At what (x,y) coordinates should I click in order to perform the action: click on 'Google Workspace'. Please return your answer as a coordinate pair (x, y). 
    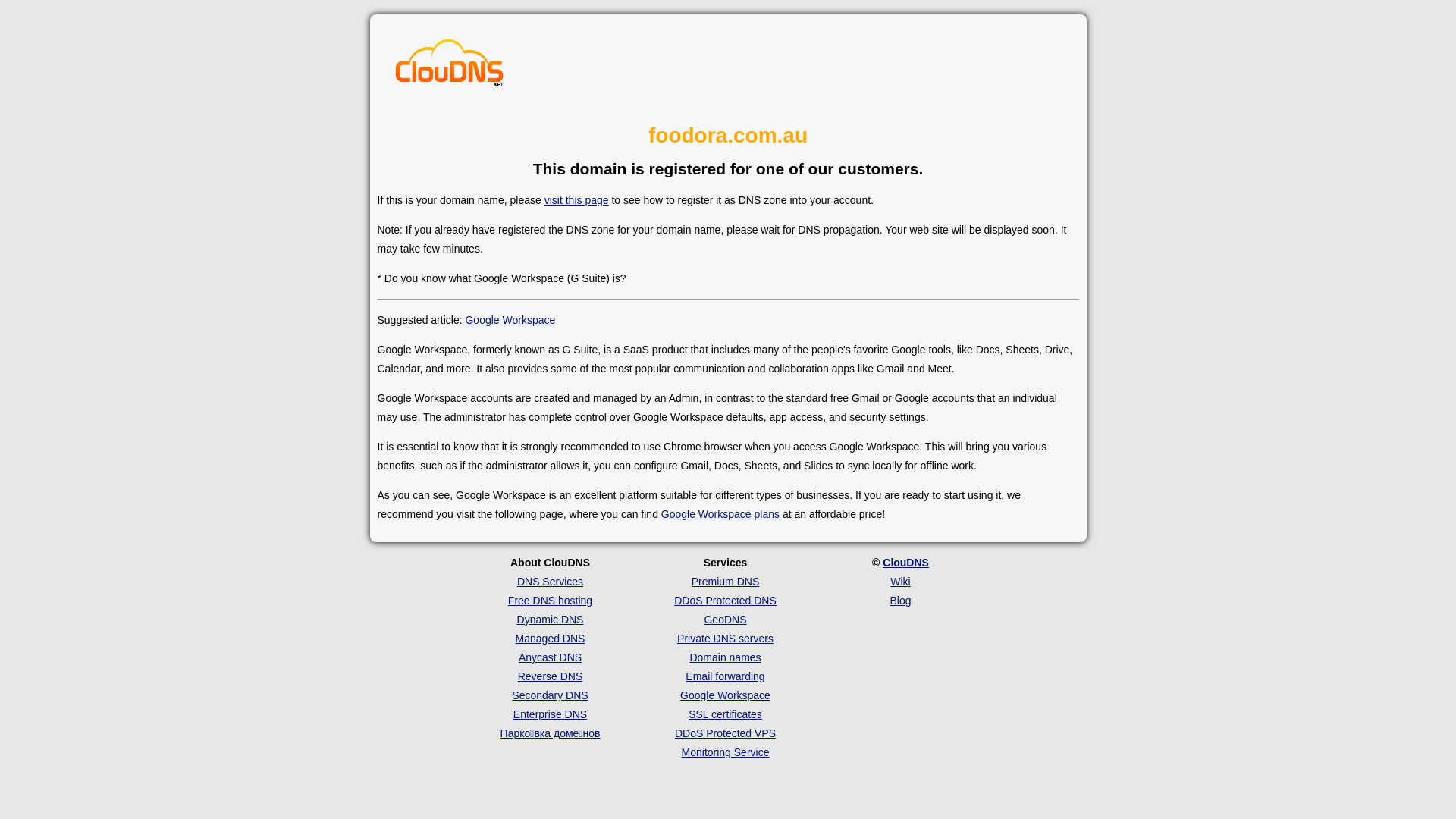
    Looking at the image, I should click on (724, 695).